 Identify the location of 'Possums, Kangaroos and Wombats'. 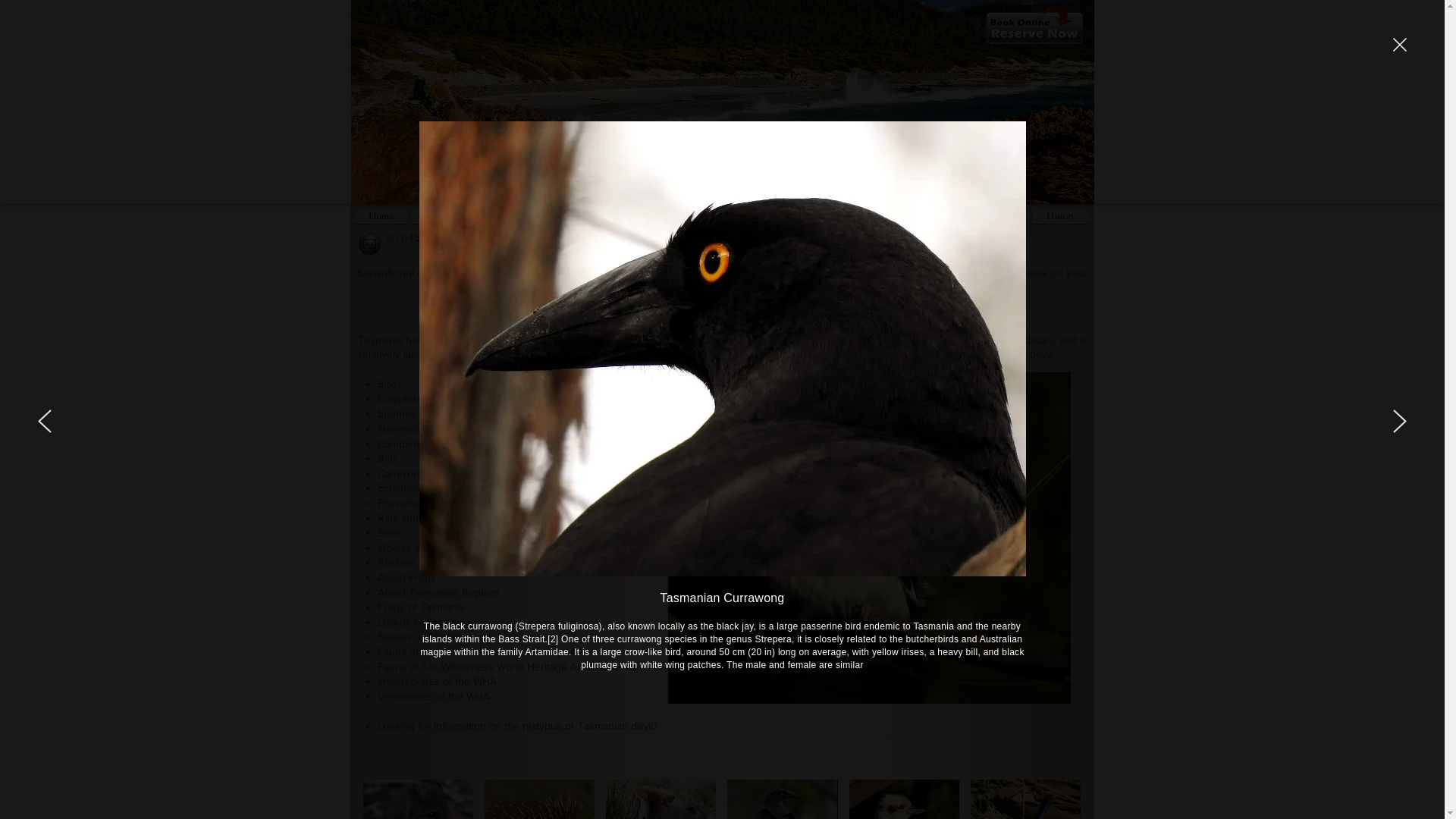
(459, 503).